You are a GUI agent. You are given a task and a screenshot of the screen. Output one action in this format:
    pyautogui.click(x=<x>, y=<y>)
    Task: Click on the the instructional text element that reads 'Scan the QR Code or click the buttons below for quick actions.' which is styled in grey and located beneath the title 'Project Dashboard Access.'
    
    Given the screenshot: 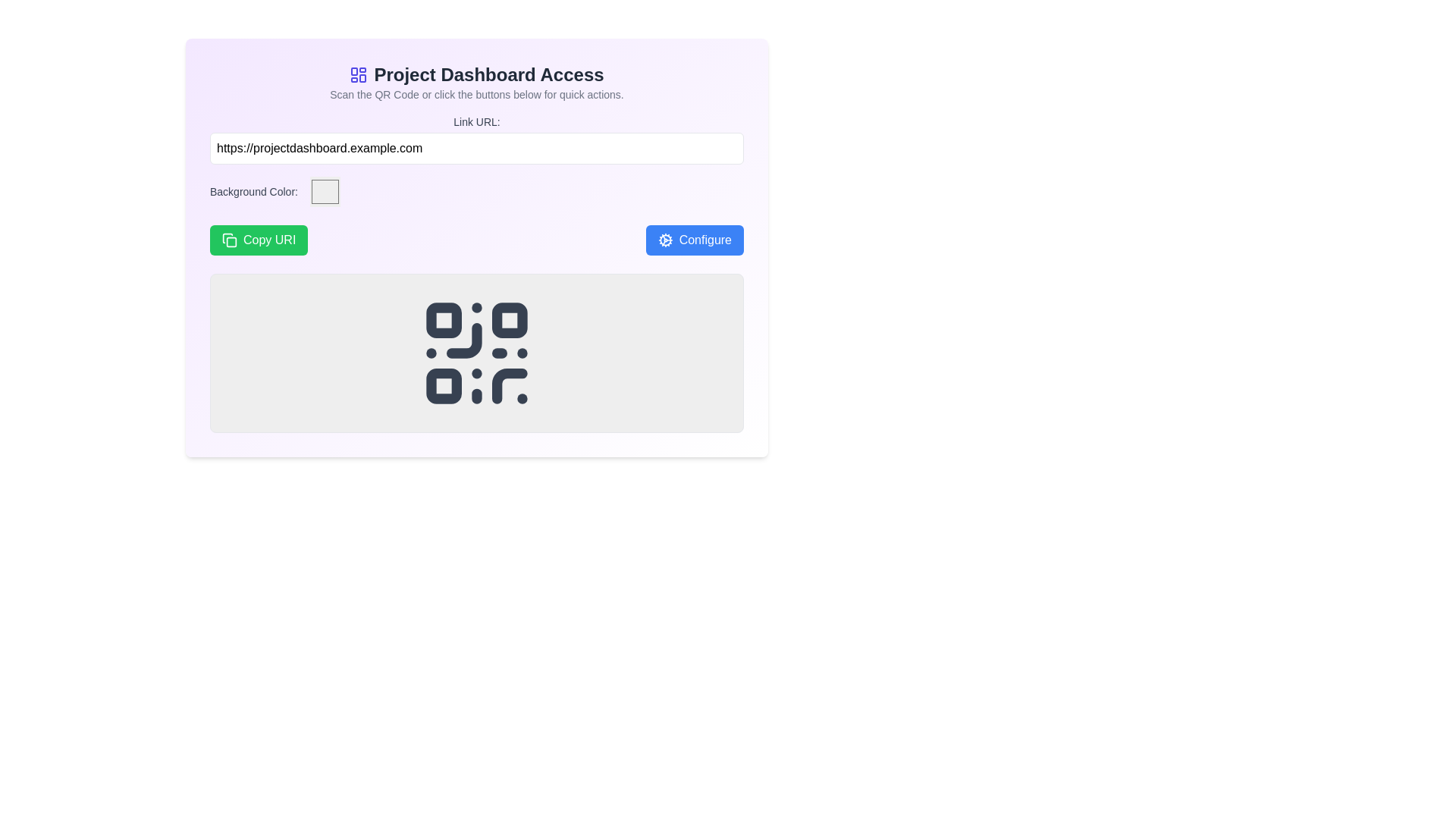 What is the action you would take?
    pyautogui.click(x=475, y=94)
    